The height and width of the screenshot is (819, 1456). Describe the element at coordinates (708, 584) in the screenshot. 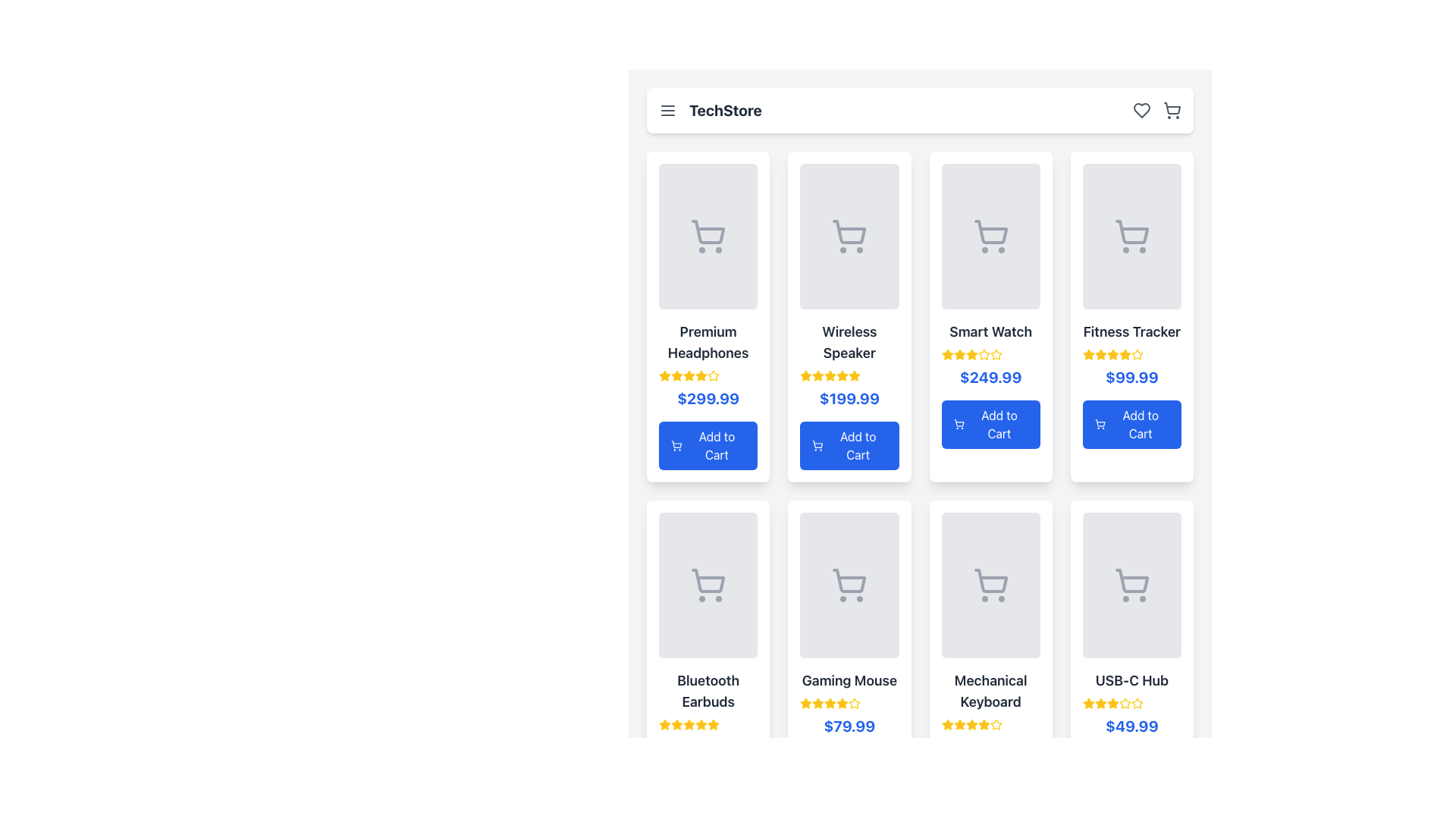

I see `the shopping cart icon located in the bottom-left card, positioned below 'Bluetooth Earbuds' and above the 'Add to Cart' button` at that location.